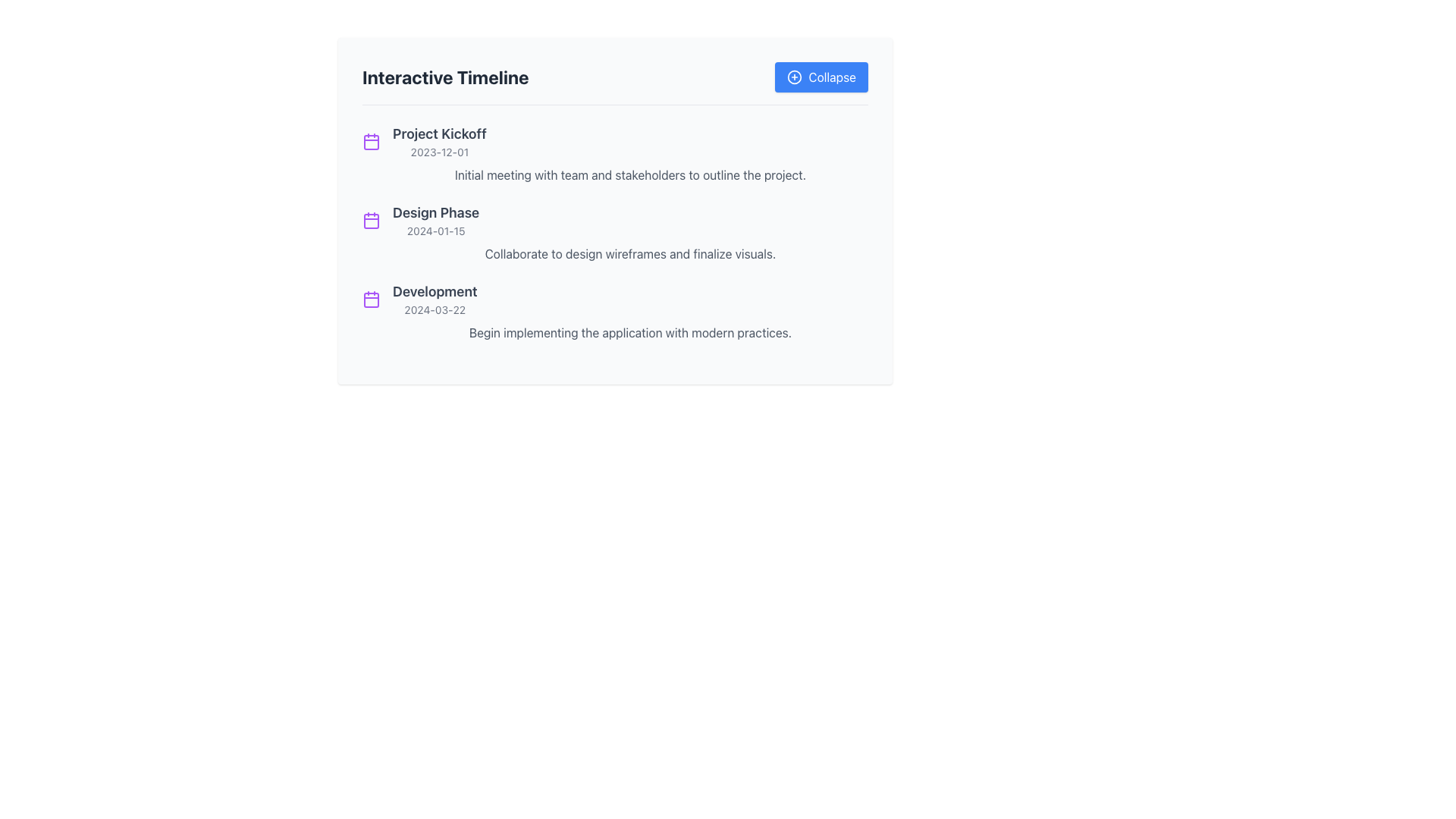  Describe the element at coordinates (438, 133) in the screenshot. I see `header text 'Project Kickoff' which is styled in bold and located at the top of the timeline widget under 'Interactive Timeline'` at that location.